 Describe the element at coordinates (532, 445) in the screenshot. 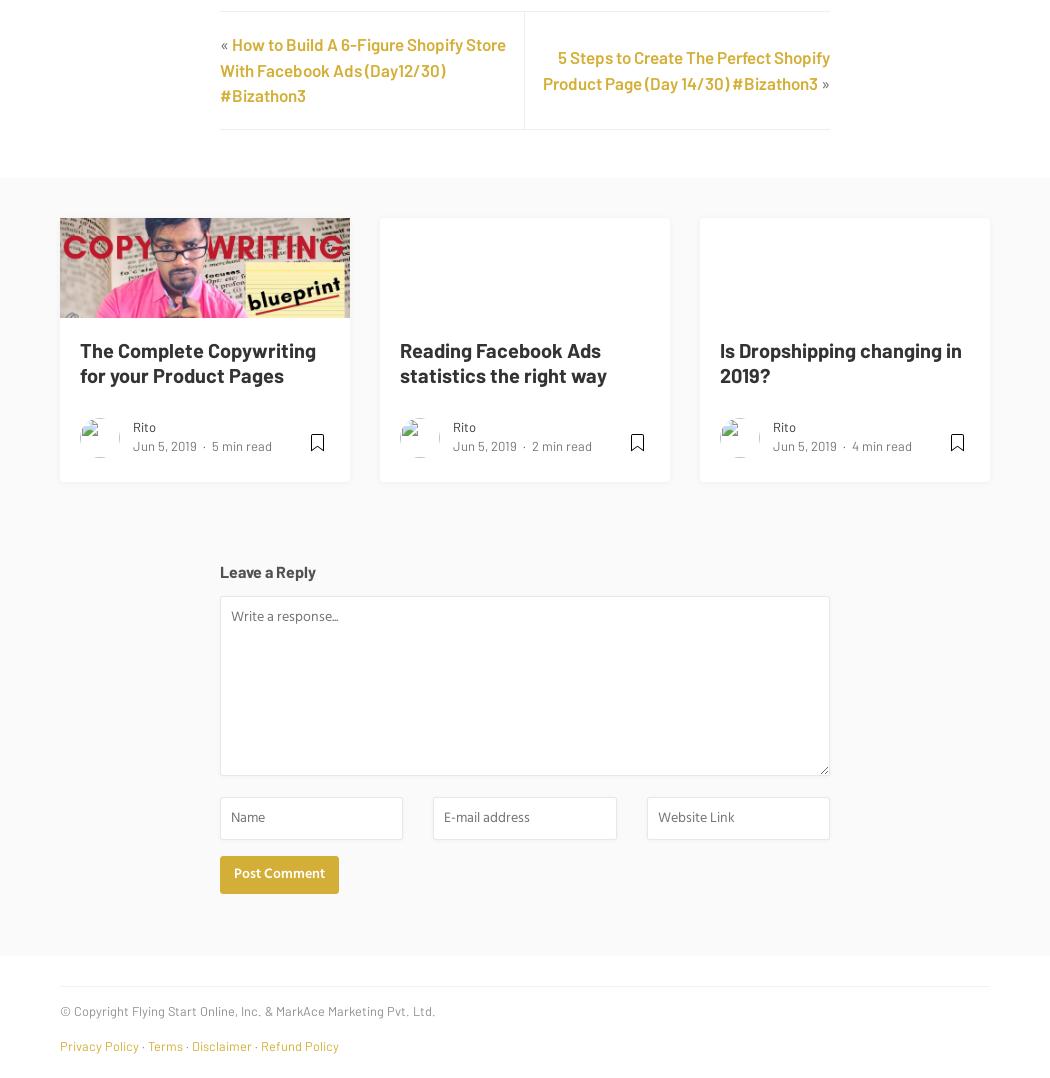

I see `'2 min read'` at that location.